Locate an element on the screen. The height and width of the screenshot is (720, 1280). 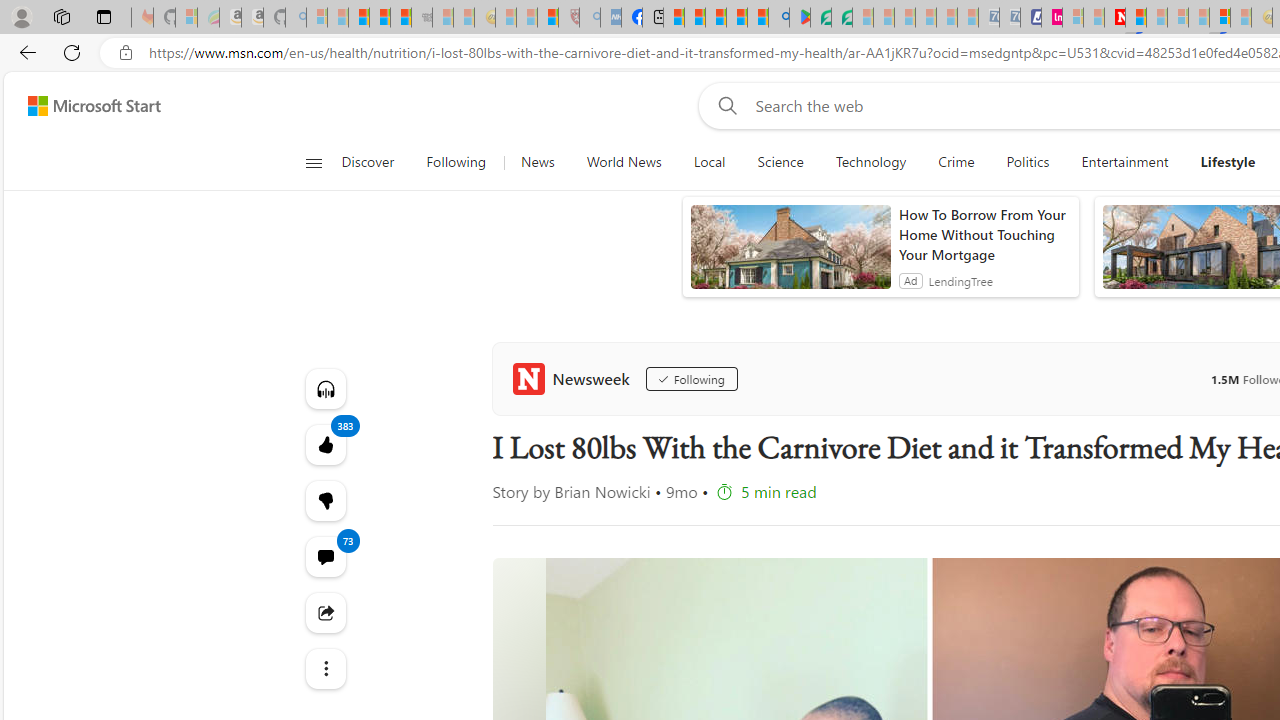
'Technology' is located at coordinates (871, 162).